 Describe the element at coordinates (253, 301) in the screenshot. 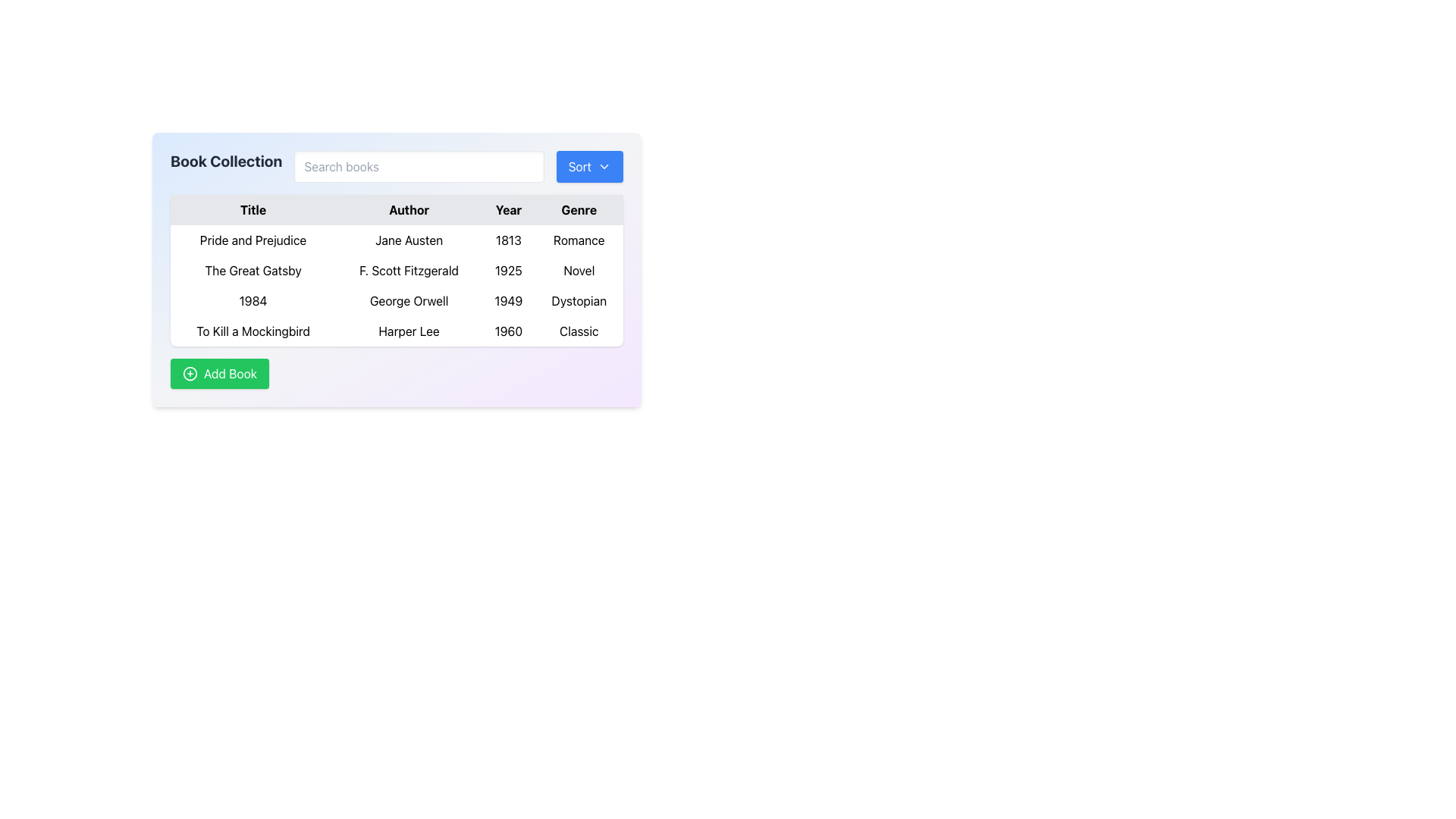

I see `the text label displaying the title '1984' in the first cell of the third row under the 'Title' column of the table` at that location.